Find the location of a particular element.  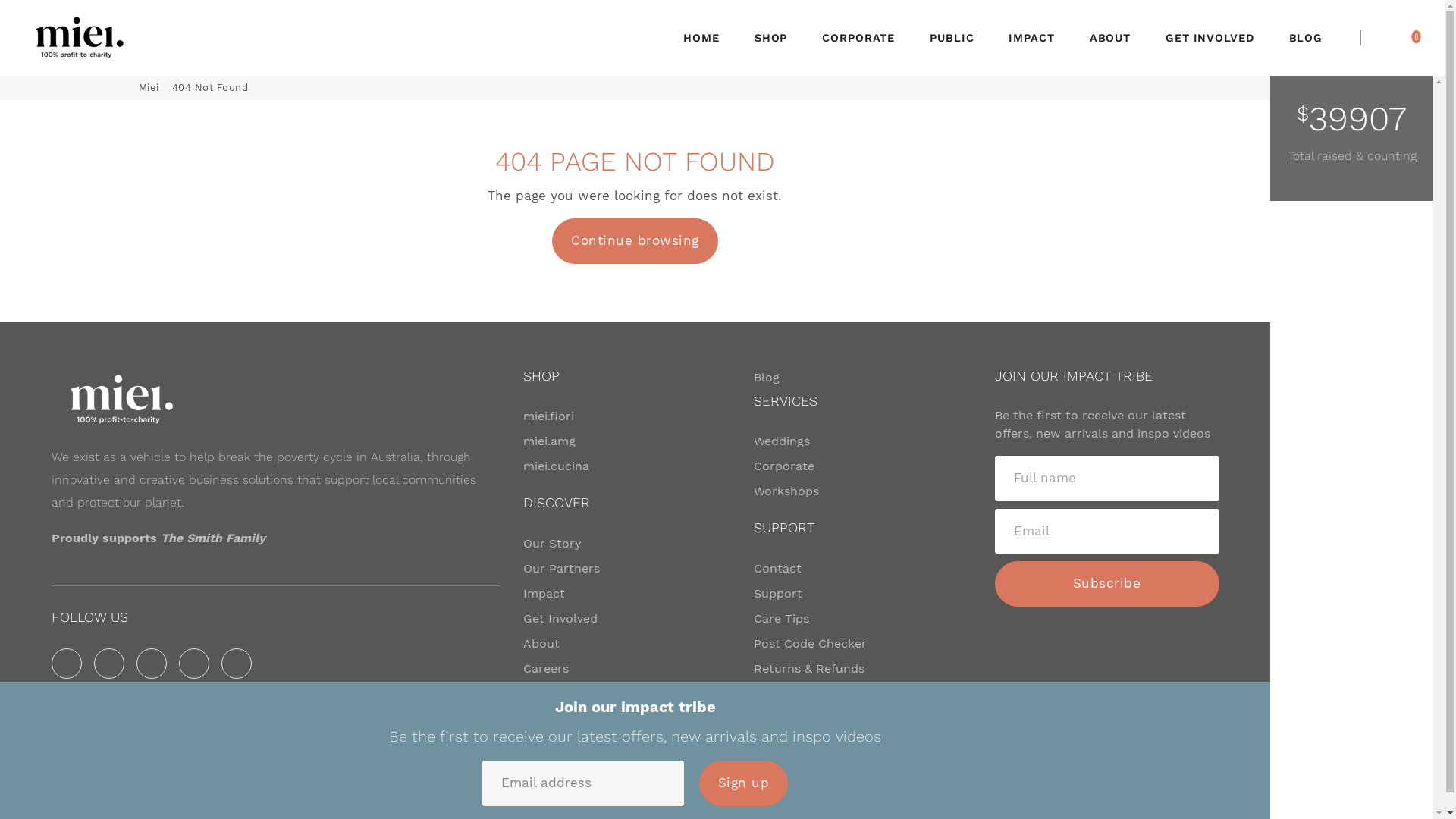

'miei.amg' is located at coordinates (548, 441).